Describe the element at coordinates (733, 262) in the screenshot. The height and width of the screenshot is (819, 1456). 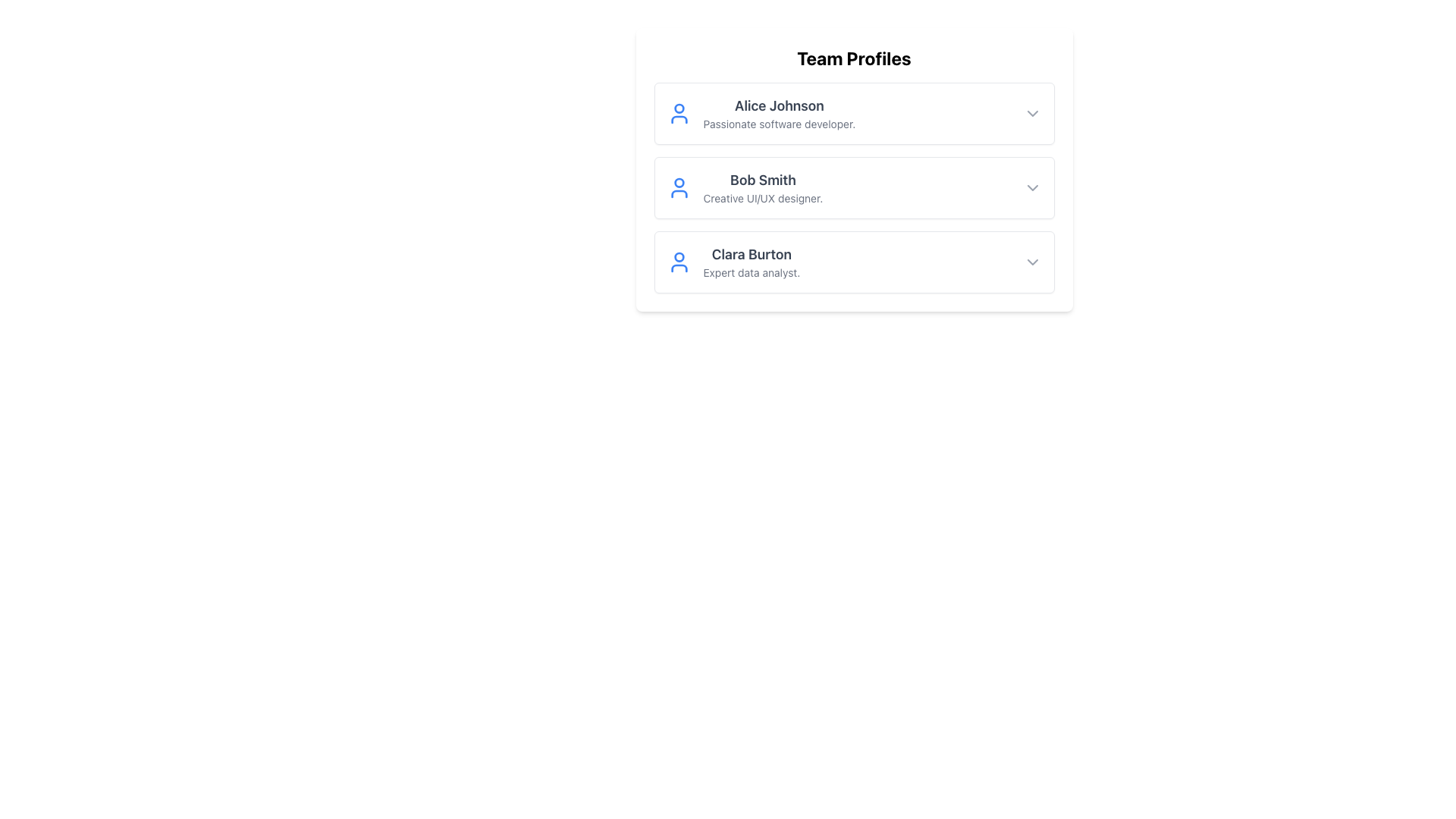
I see `the third profile item for Clara Burton, which displays her name and professional title within the Team Profiles section` at that location.